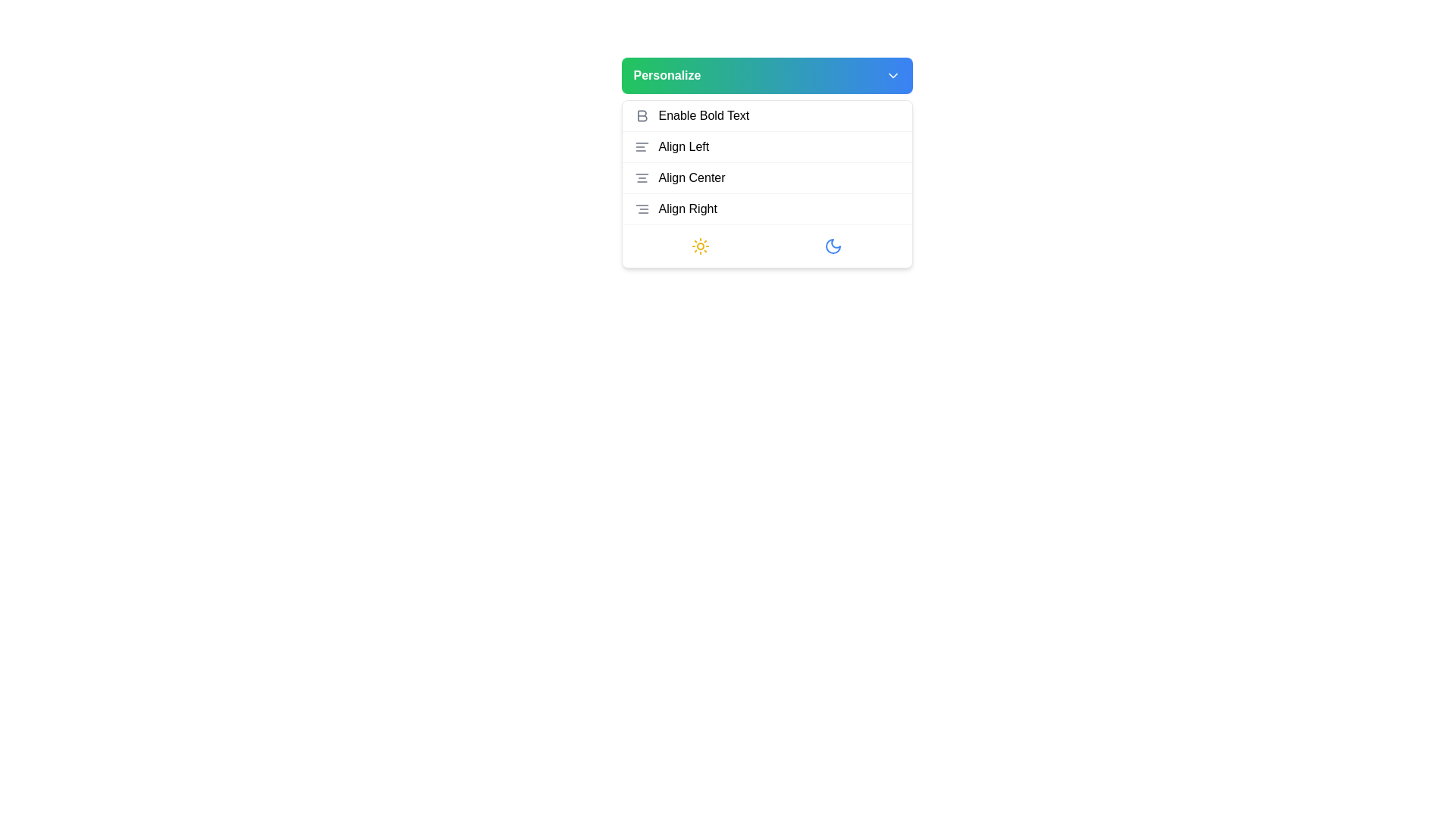 This screenshot has height=819, width=1456. Describe the element at coordinates (833, 245) in the screenshot. I see `the crescent-shaped icon in the menu settings section` at that location.